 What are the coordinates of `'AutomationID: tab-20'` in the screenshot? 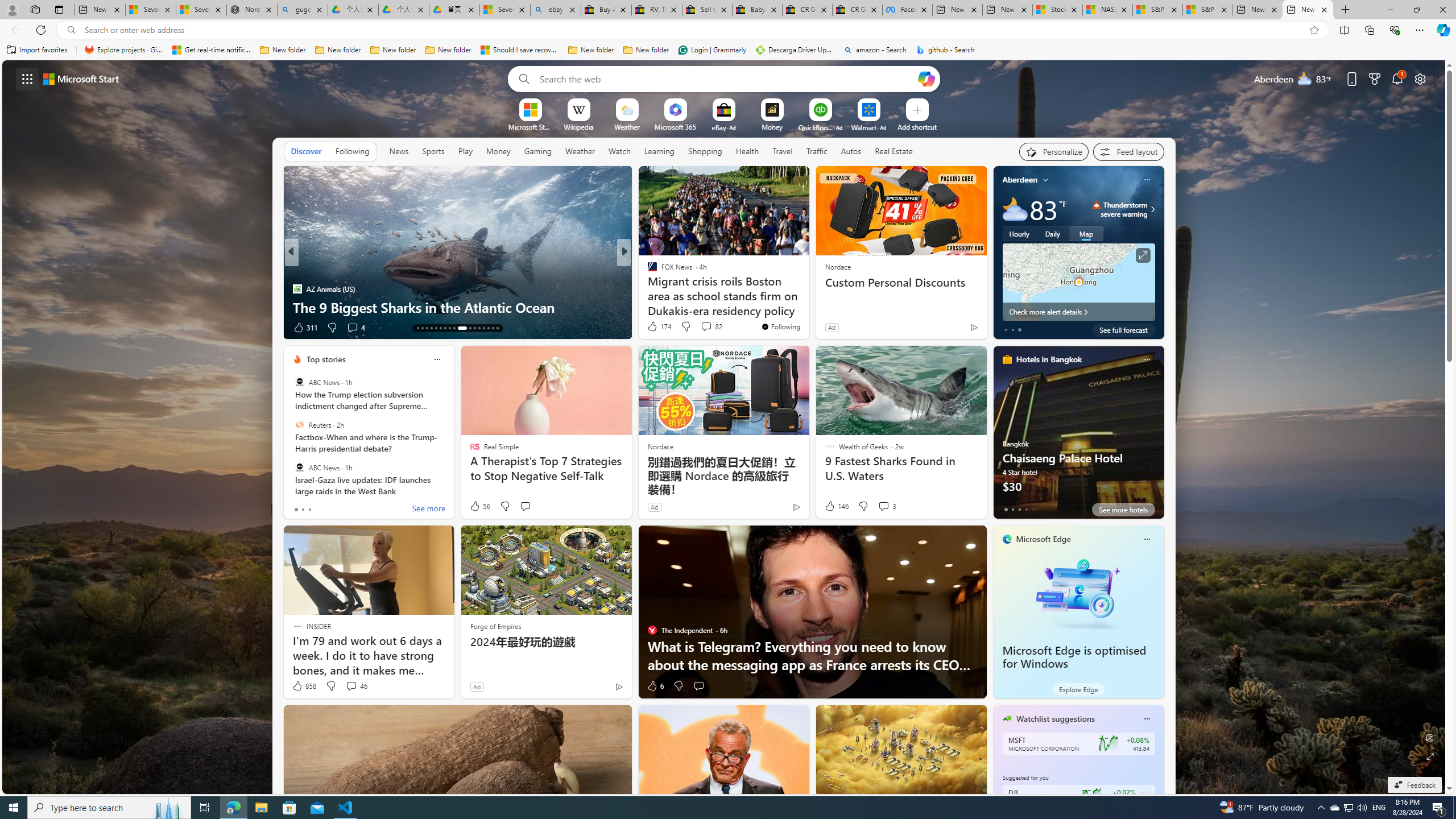 It's located at (449, 328).